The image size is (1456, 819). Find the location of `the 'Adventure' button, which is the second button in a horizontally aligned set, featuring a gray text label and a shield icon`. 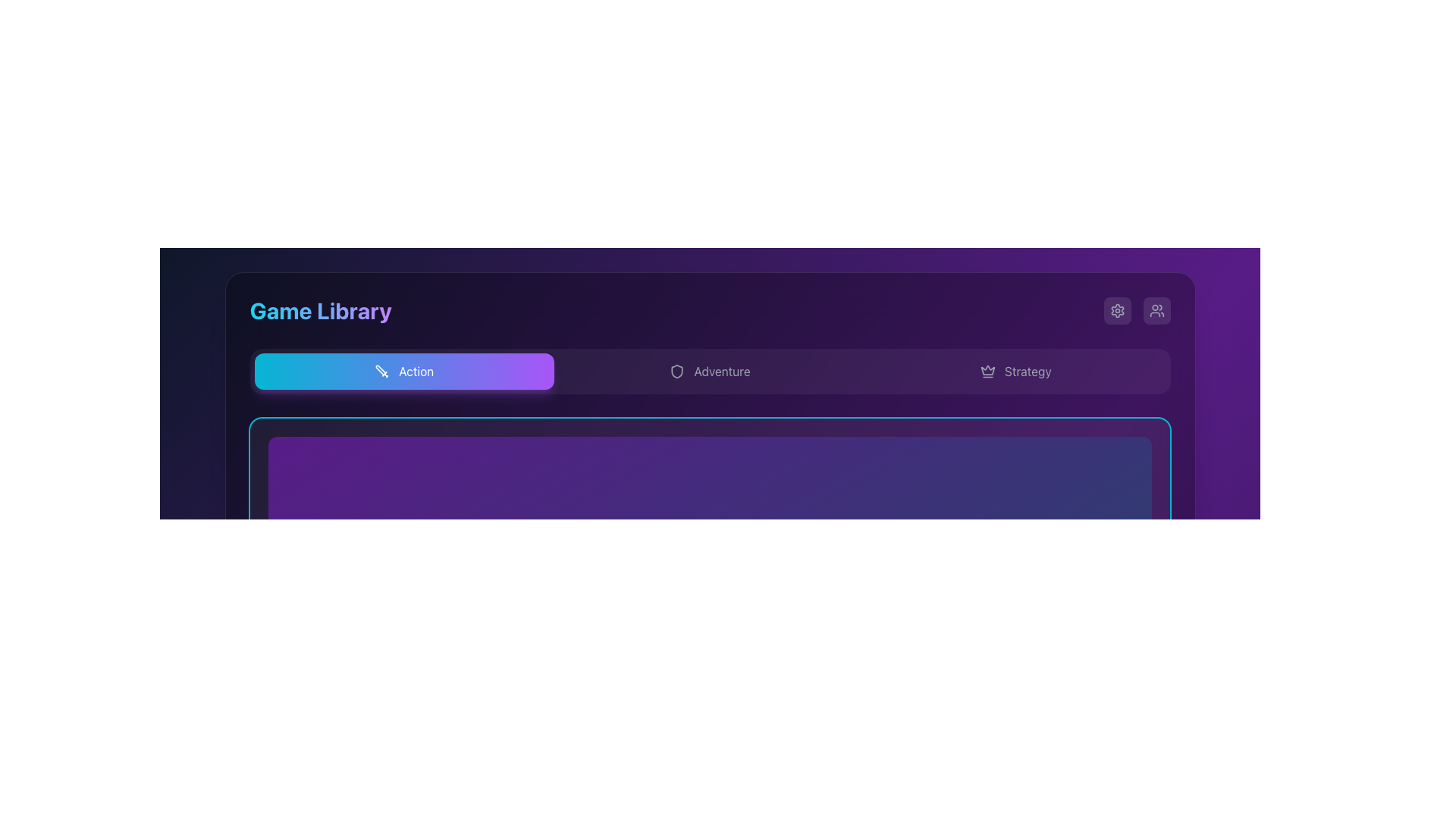

the 'Adventure' button, which is the second button in a horizontally aligned set, featuring a gray text label and a shield icon is located at coordinates (709, 371).